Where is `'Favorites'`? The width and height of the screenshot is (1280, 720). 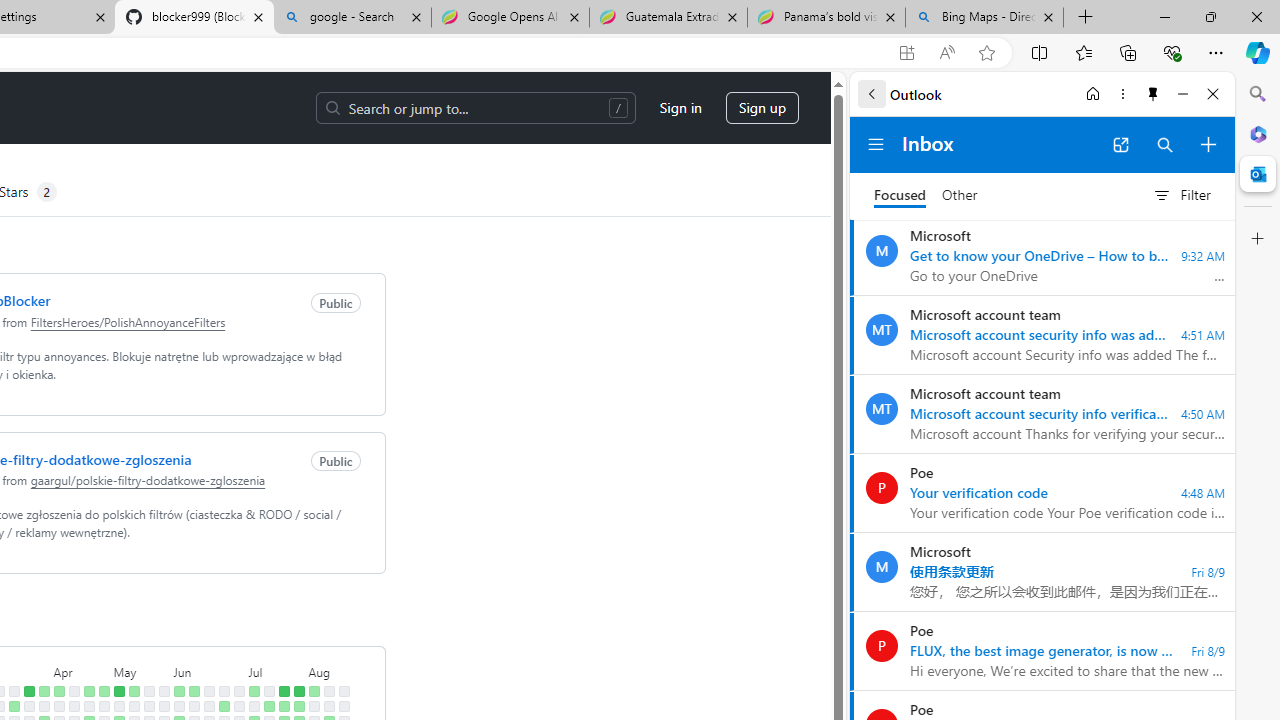 'Favorites' is located at coordinates (1082, 51).